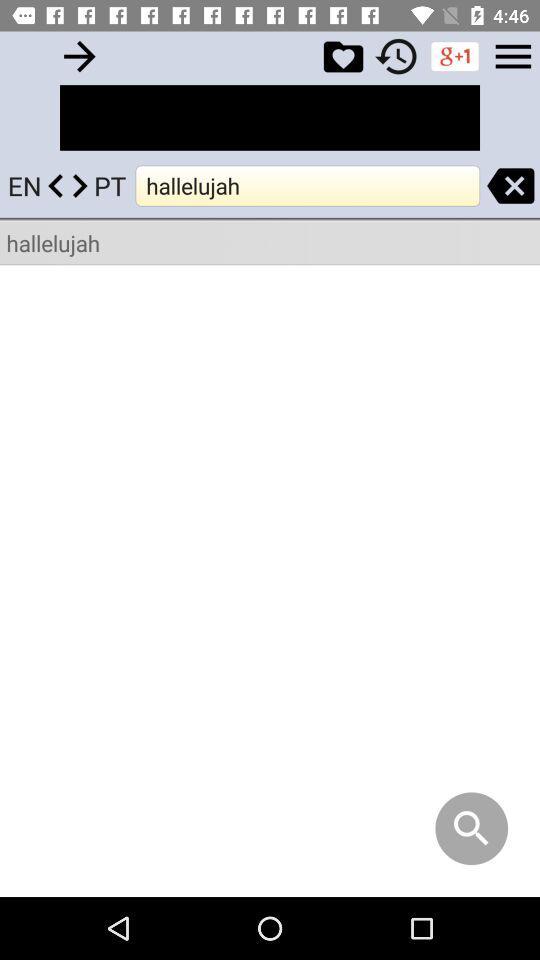  Describe the element at coordinates (342, 55) in the screenshot. I see `saved files` at that location.